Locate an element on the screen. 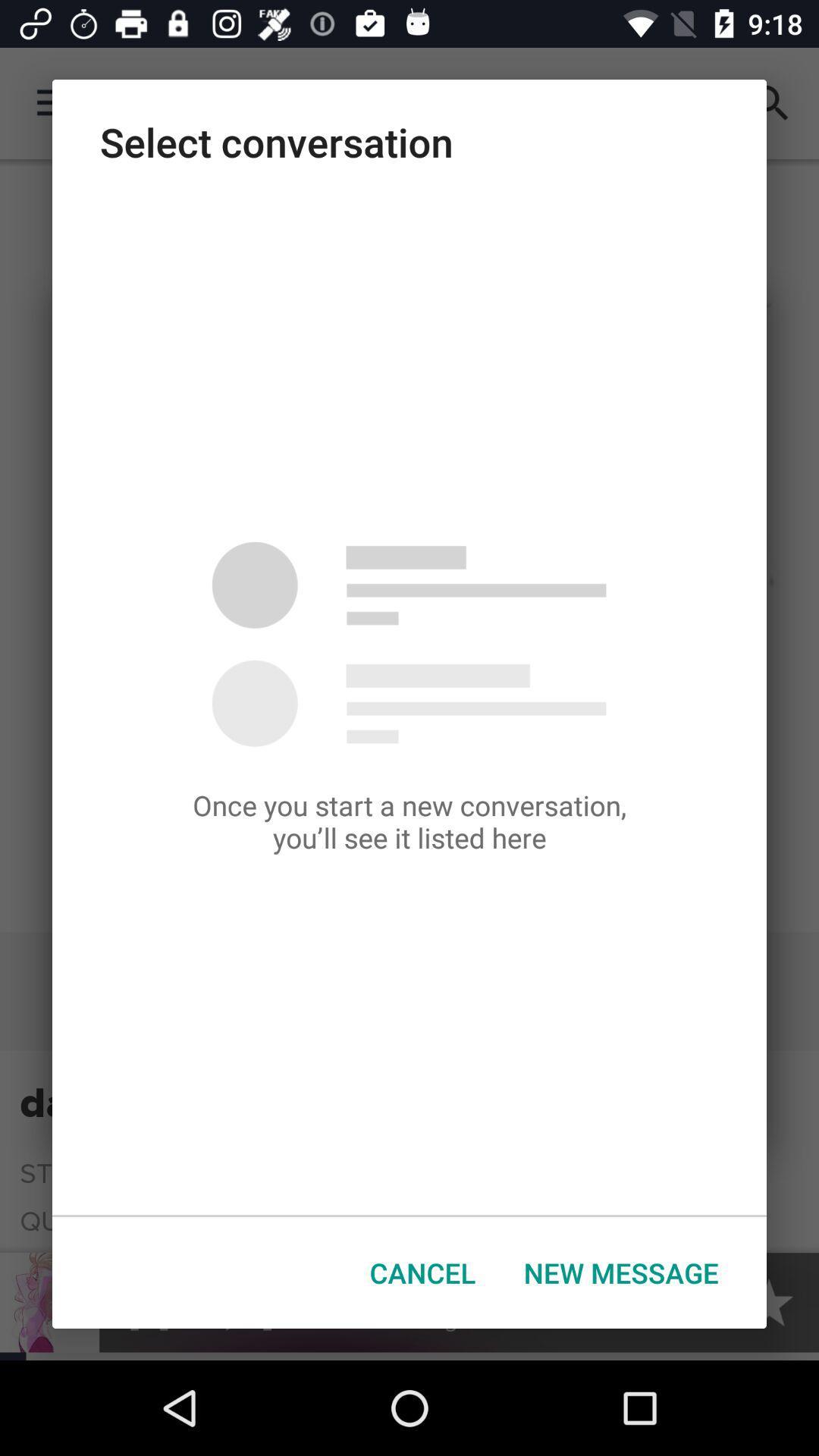  button next to cancel button is located at coordinates (621, 1272).